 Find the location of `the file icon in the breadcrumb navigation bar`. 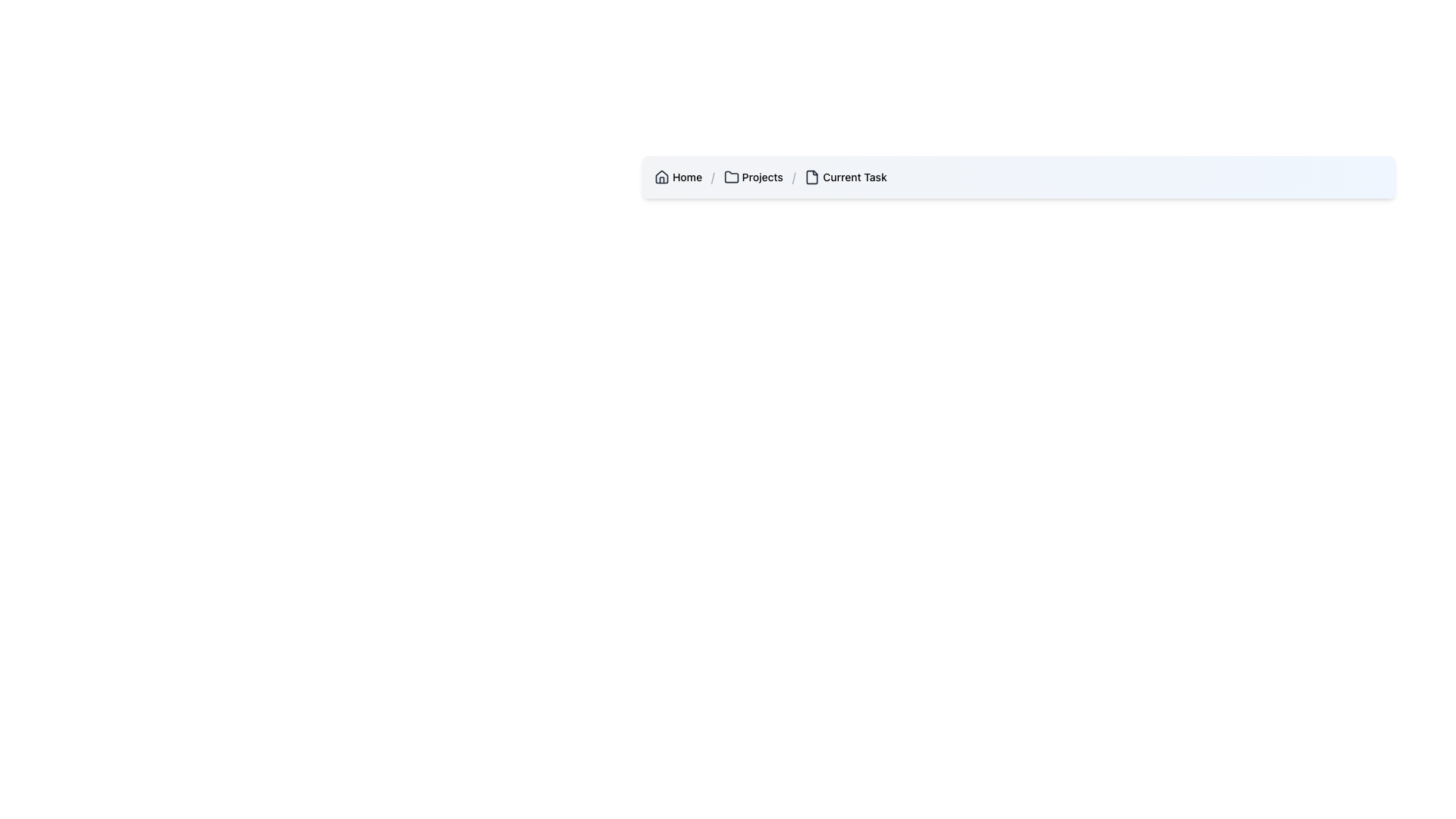

the file icon in the breadcrumb navigation bar is located at coordinates (811, 177).